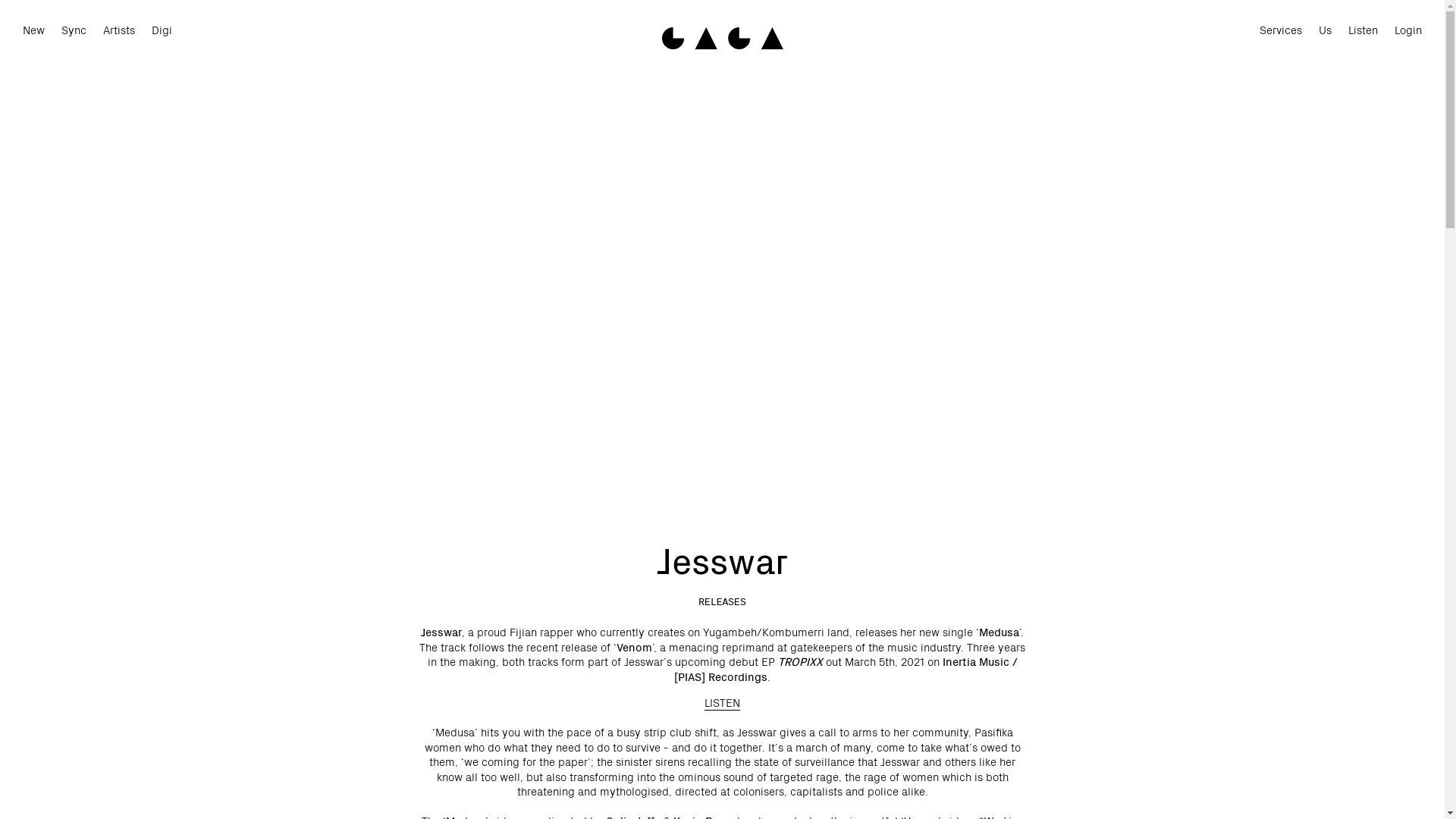  I want to click on 'Artists', so click(118, 30).